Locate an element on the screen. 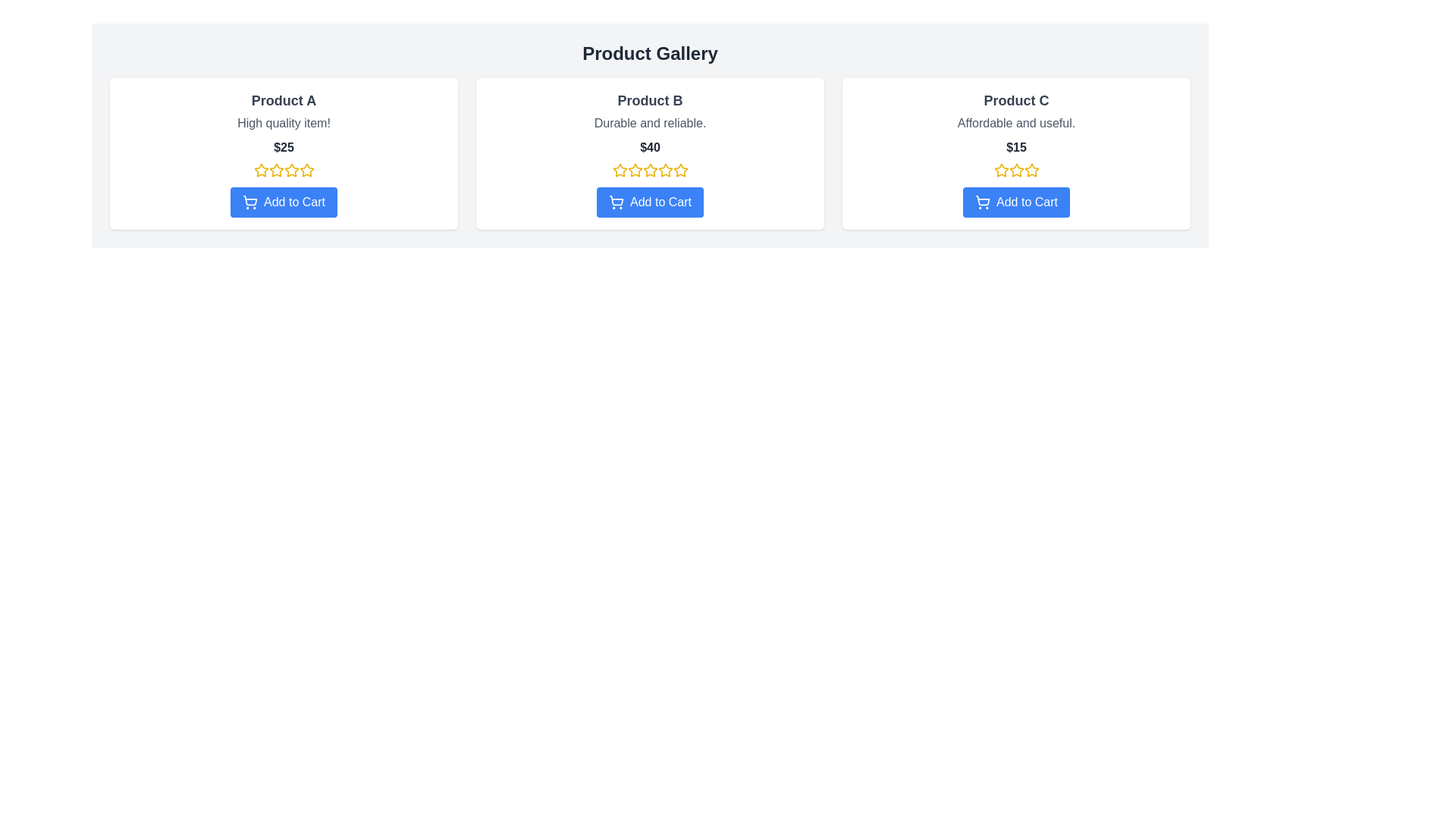 This screenshot has width=1456, height=819. the first interactive star rating icon for 'Product A' is located at coordinates (261, 170).